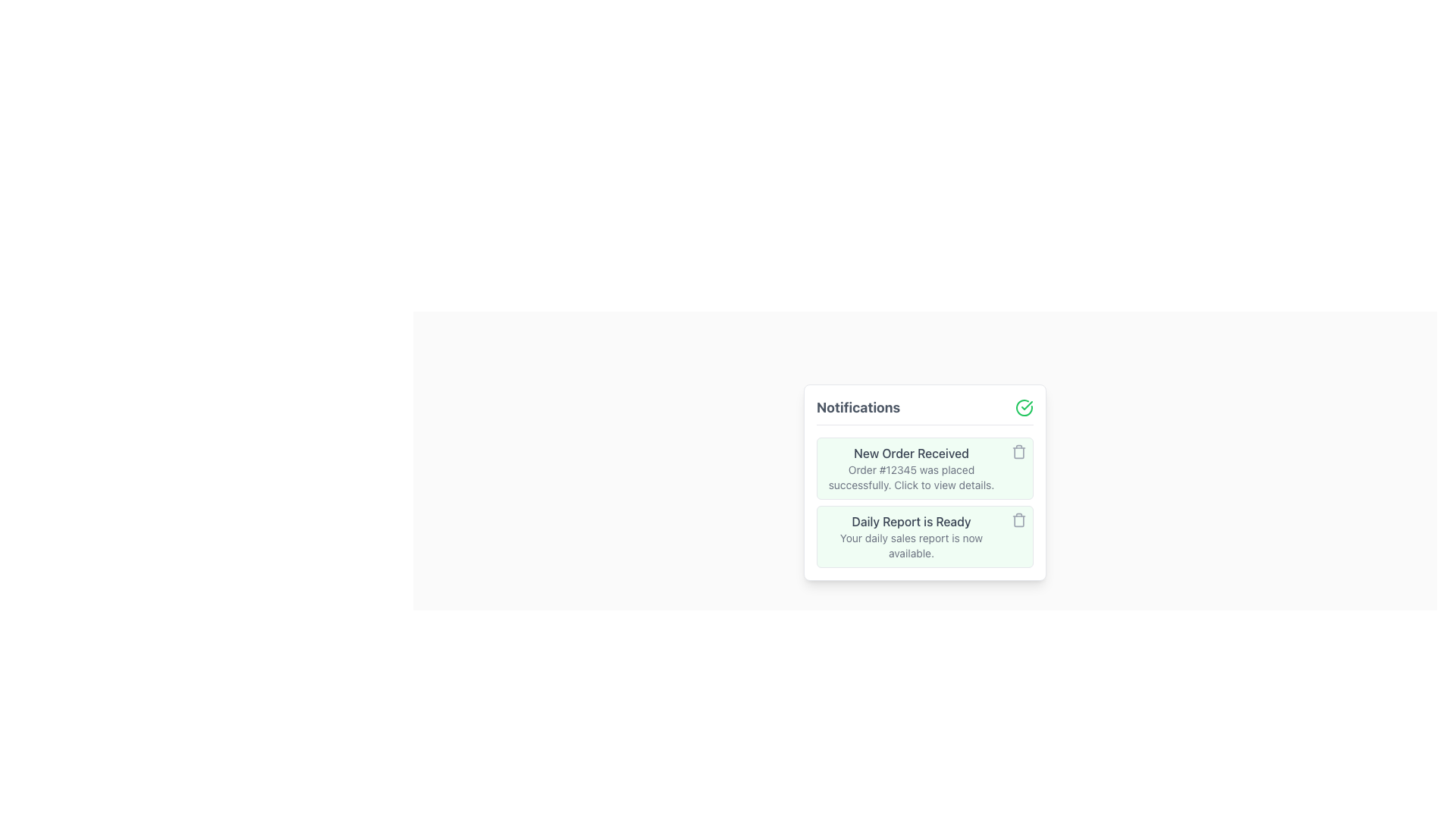 This screenshot has width=1456, height=819. What do you see at coordinates (910, 546) in the screenshot?
I see `the text element displaying 'Your daily sales report is now available.' which is located below the header 'Daily Report is Ready.'` at bounding box center [910, 546].